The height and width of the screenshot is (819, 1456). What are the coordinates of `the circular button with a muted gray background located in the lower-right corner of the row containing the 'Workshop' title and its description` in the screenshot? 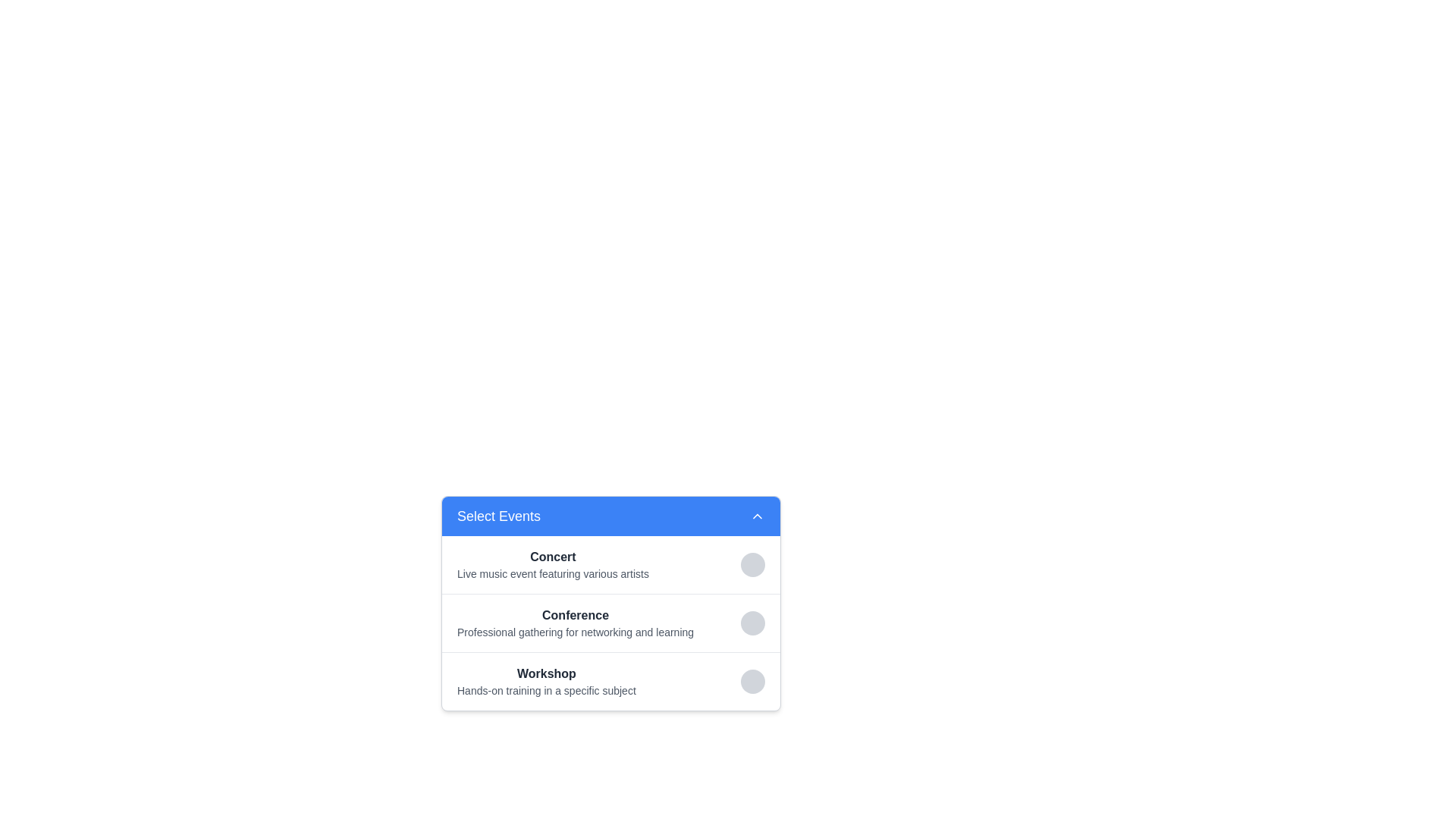 It's located at (753, 680).